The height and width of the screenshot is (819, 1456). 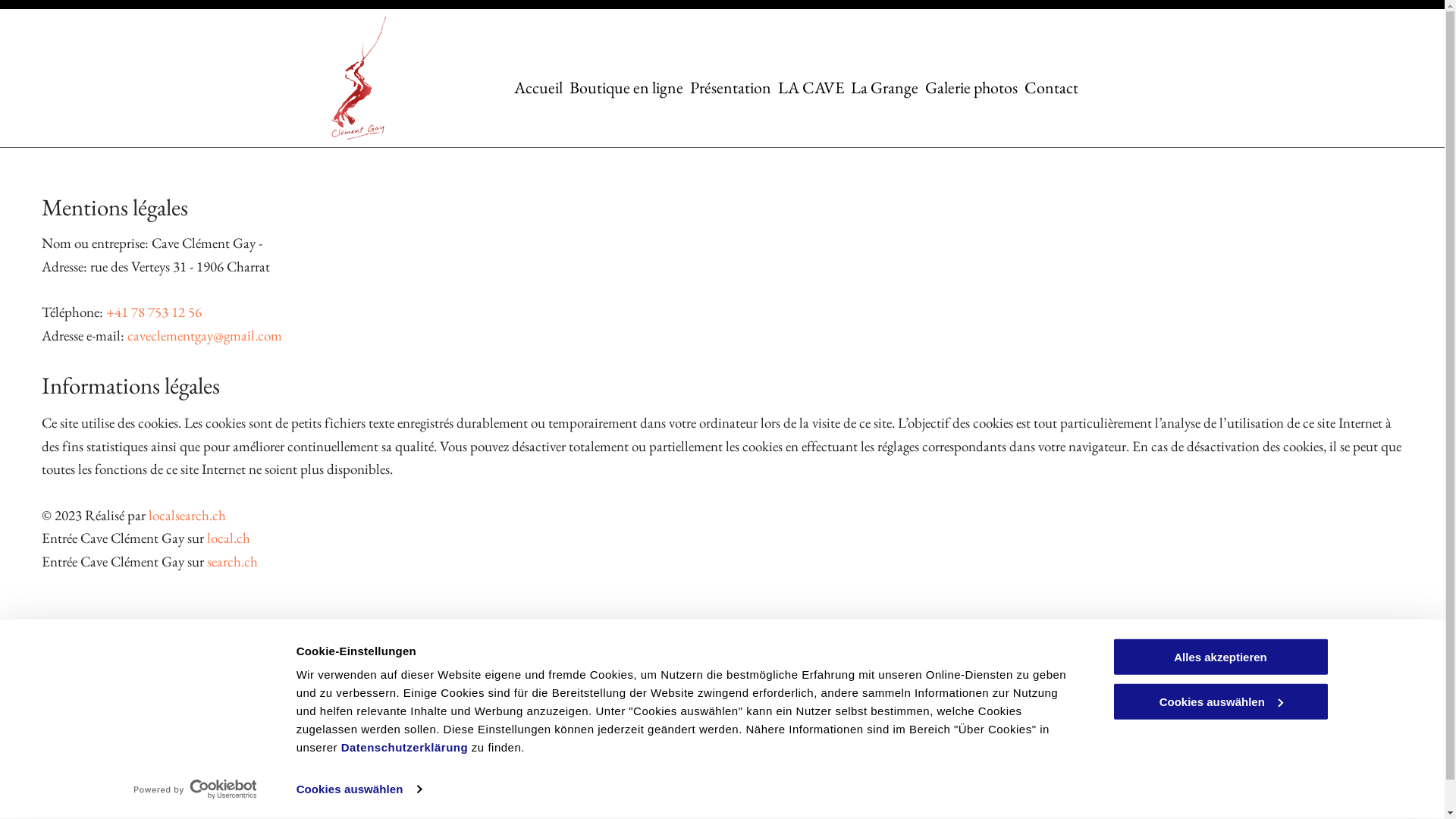 I want to click on 'Accueil', so click(x=538, y=86).